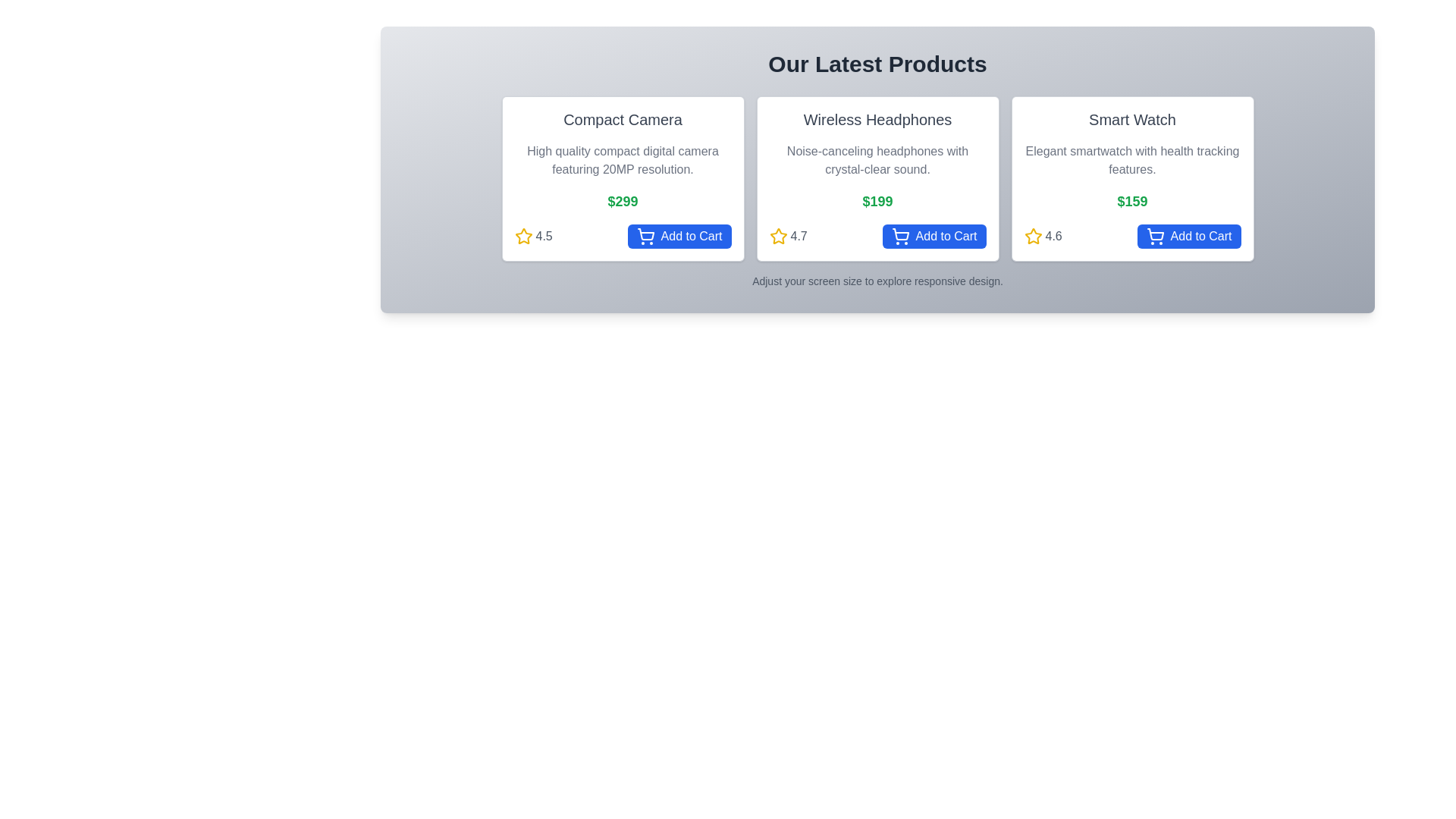 Image resolution: width=1456 pixels, height=819 pixels. Describe the element at coordinates (877, 201) in the screenshot. I see `text content of the price label '$199' located in the product card for 'Wireless Headphones', positioned beneath the product description text` at that location.